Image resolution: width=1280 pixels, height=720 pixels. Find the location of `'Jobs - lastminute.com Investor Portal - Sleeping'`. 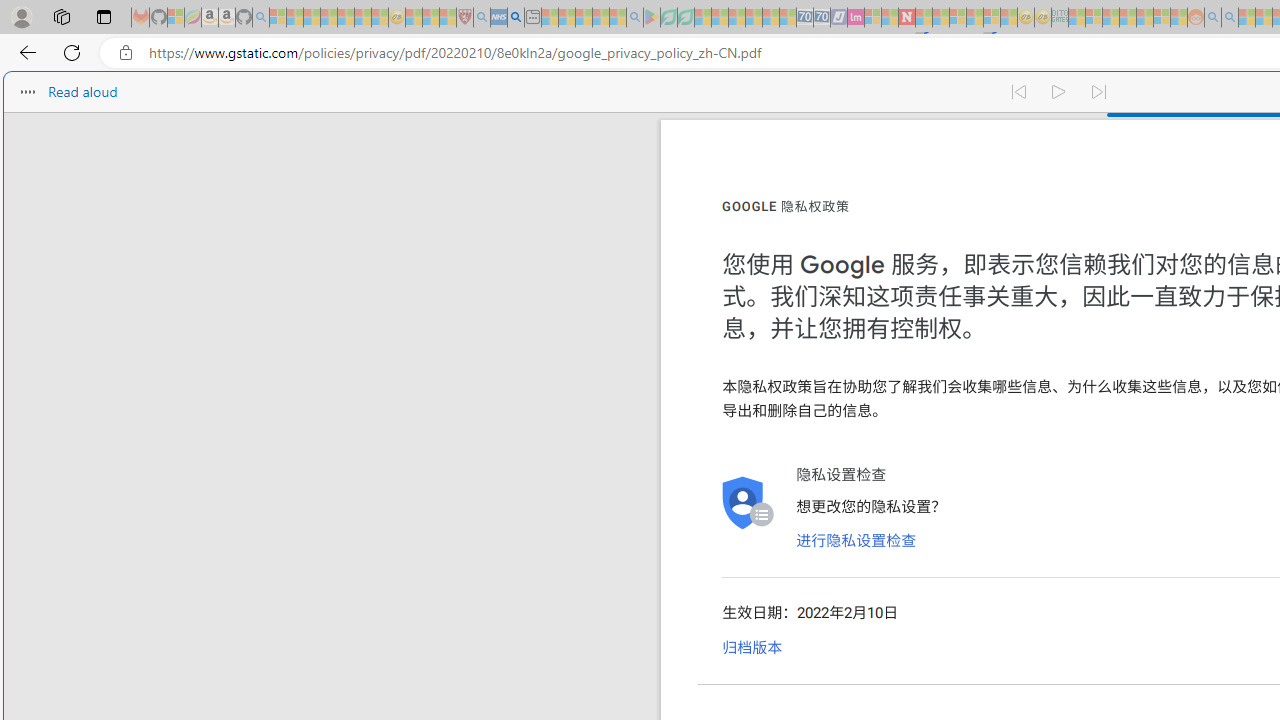

'Jobs - lastminute.com Investor Portal - Sleeping' is located at coordinates (855, 17).